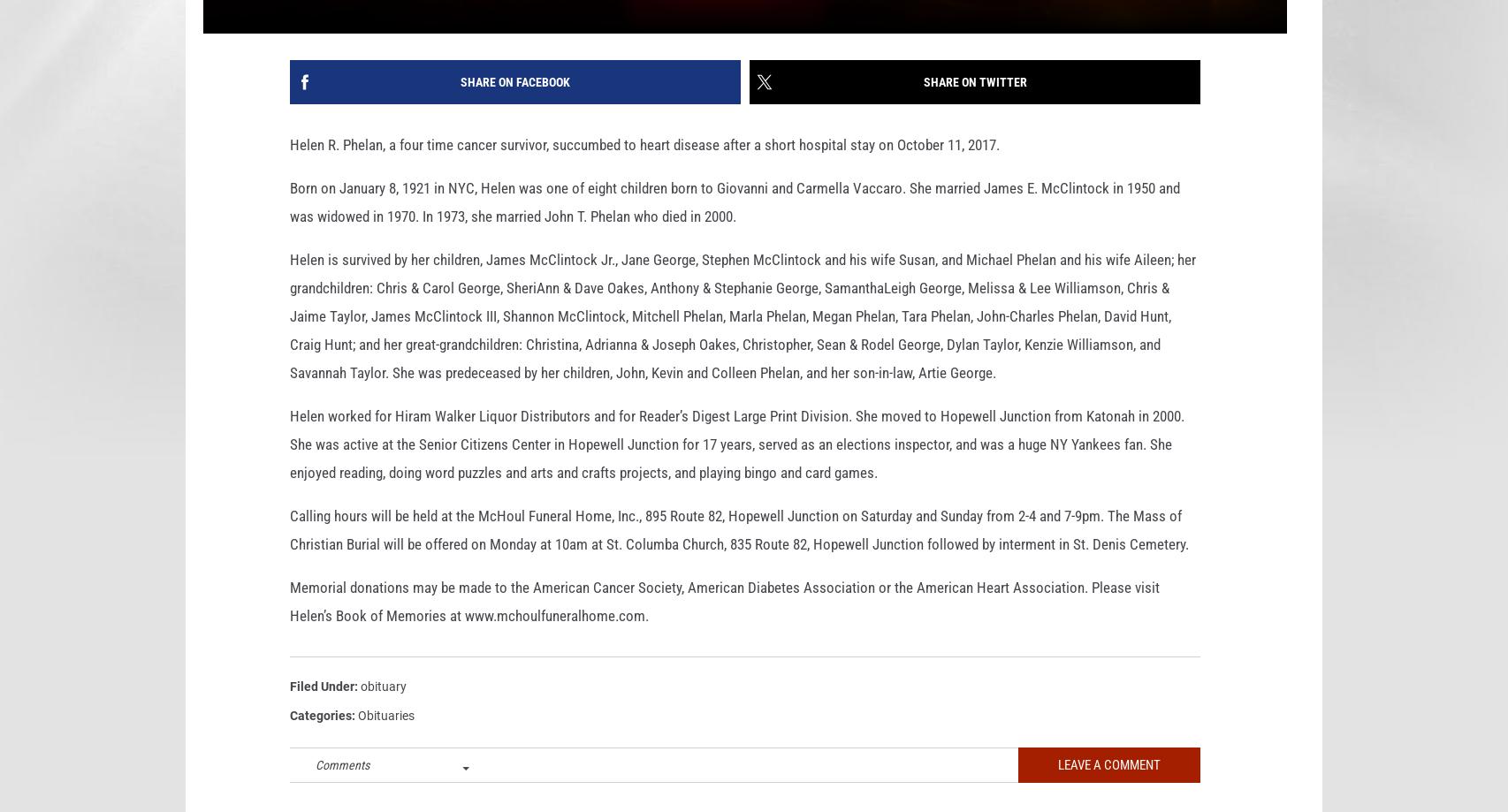 The width and height of the screenshot is (1508, 812). Describe the element at coordinates (321, 742) in the screenshot. I see `'Categories'` at that location.